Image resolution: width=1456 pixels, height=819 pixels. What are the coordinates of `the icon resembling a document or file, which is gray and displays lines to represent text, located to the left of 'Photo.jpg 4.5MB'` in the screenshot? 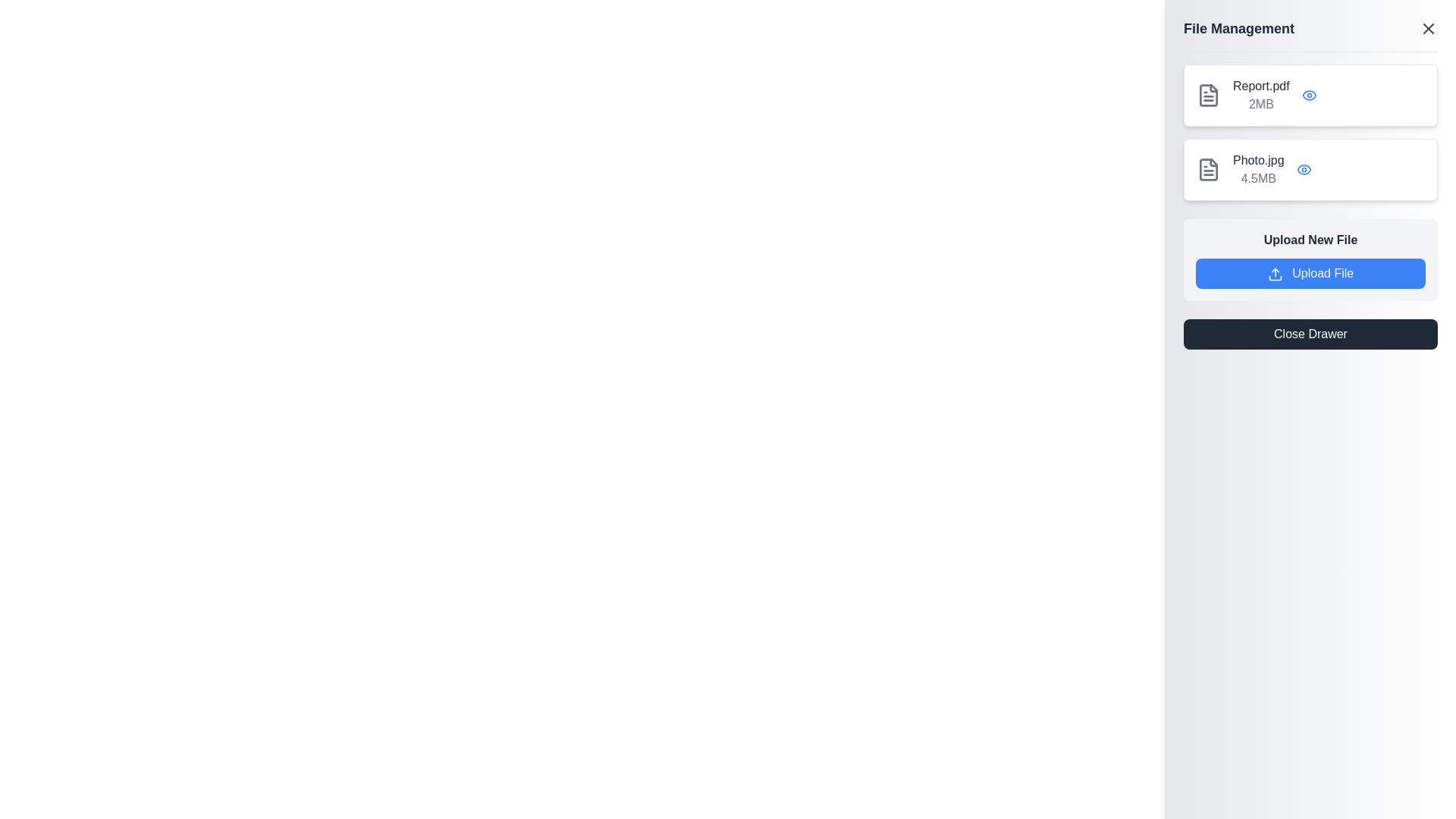 It's located at (1207, 169).